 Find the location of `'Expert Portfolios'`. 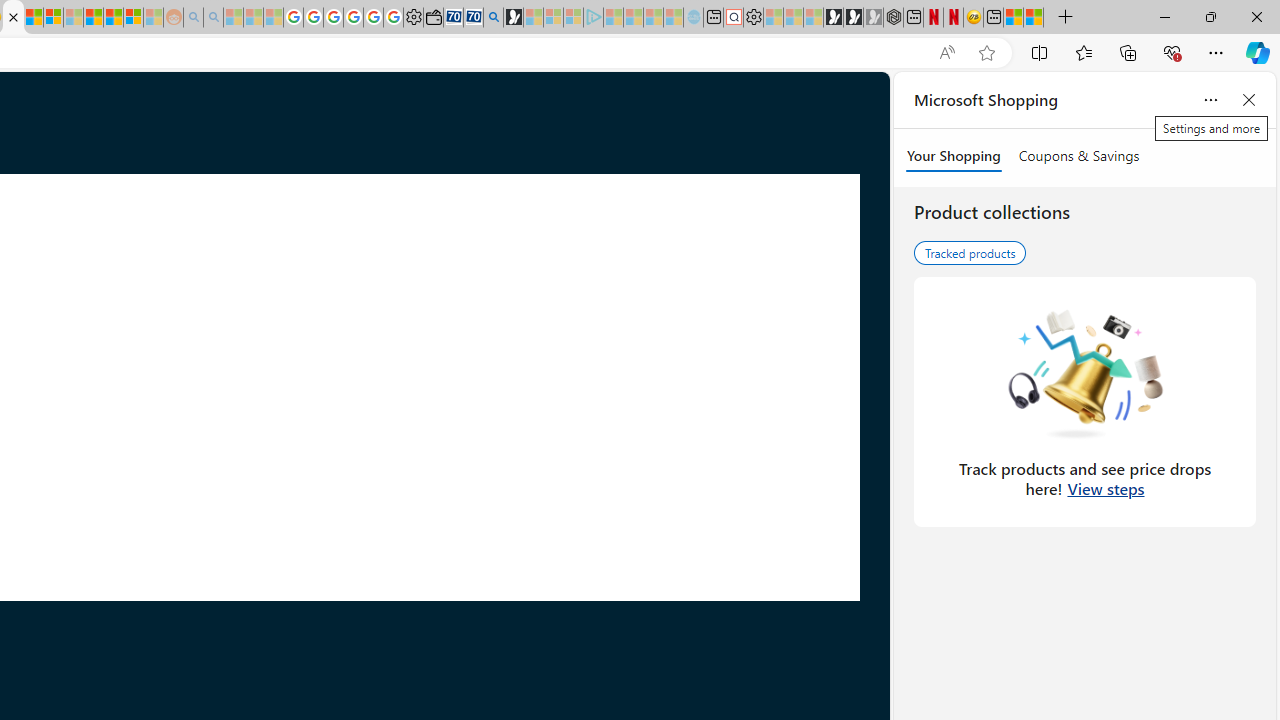

'Expert Portfolios' is located at coordinates (93, 17).